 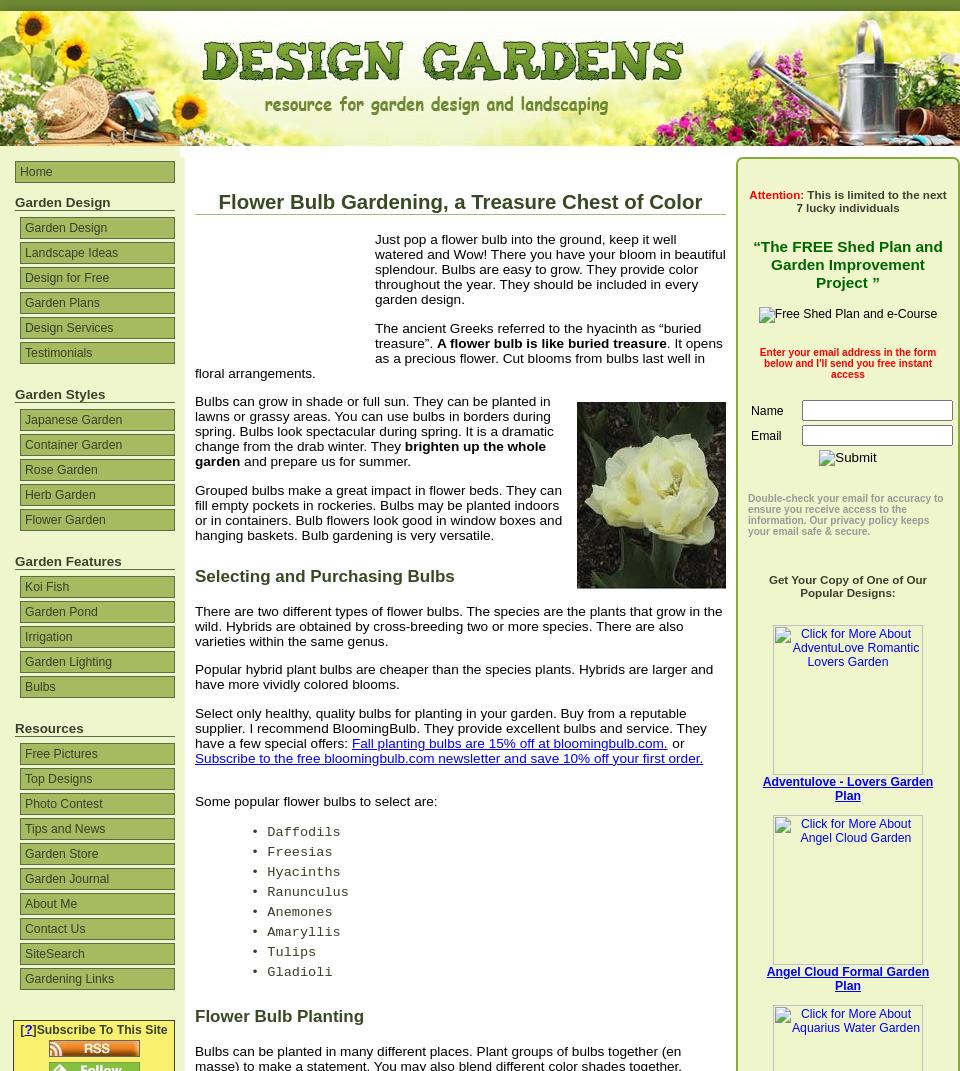 What do you see at coordinates (71, 252) in the screenshot?
I see `'Landscape Ideas'` at bounding box center [71, 252].